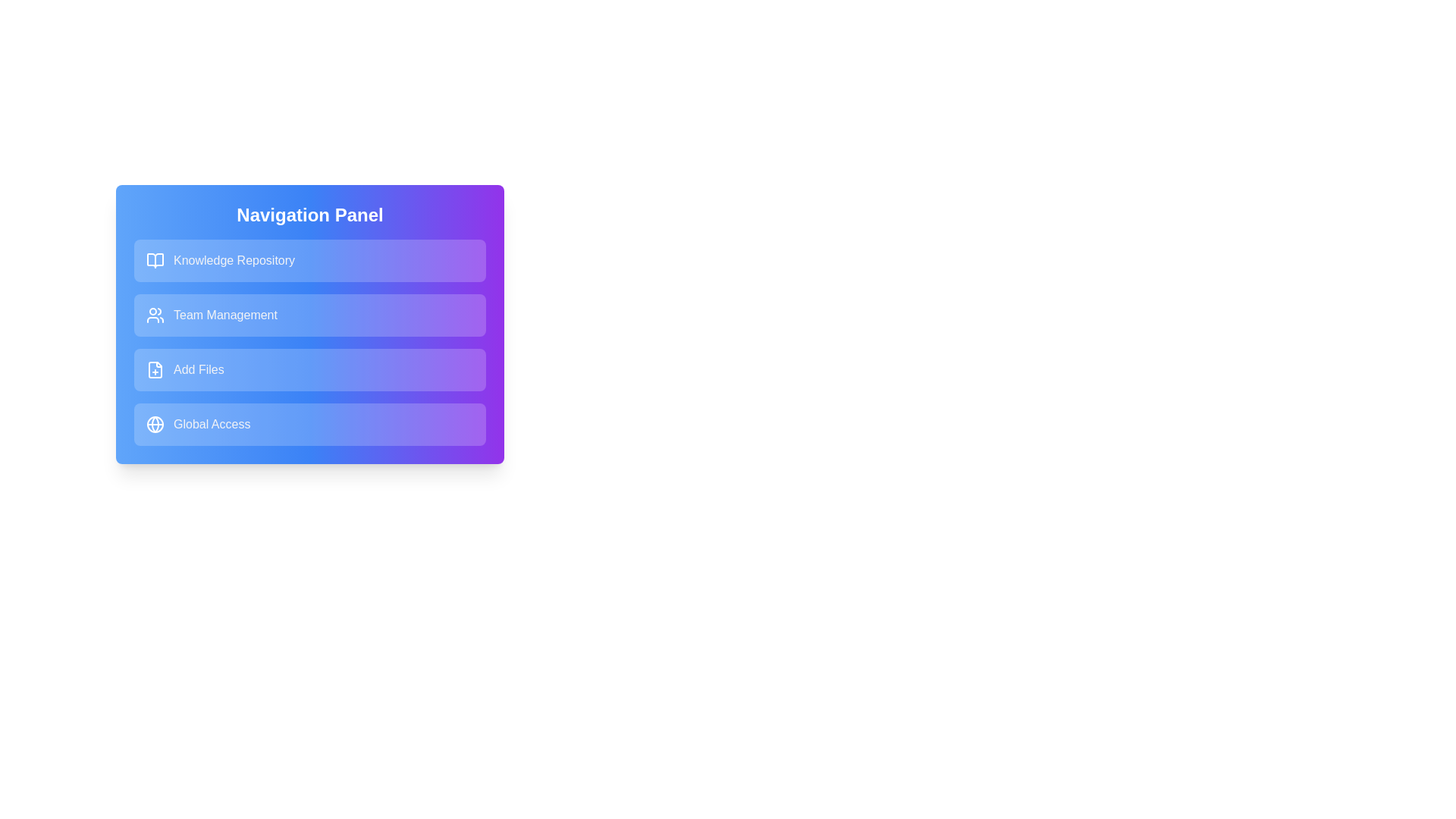  What do you see at coordinates (155, 370) in the screenshot?
I see `the icon associated with the navigation item labeled Add Files` at bounding box center [155, 370].